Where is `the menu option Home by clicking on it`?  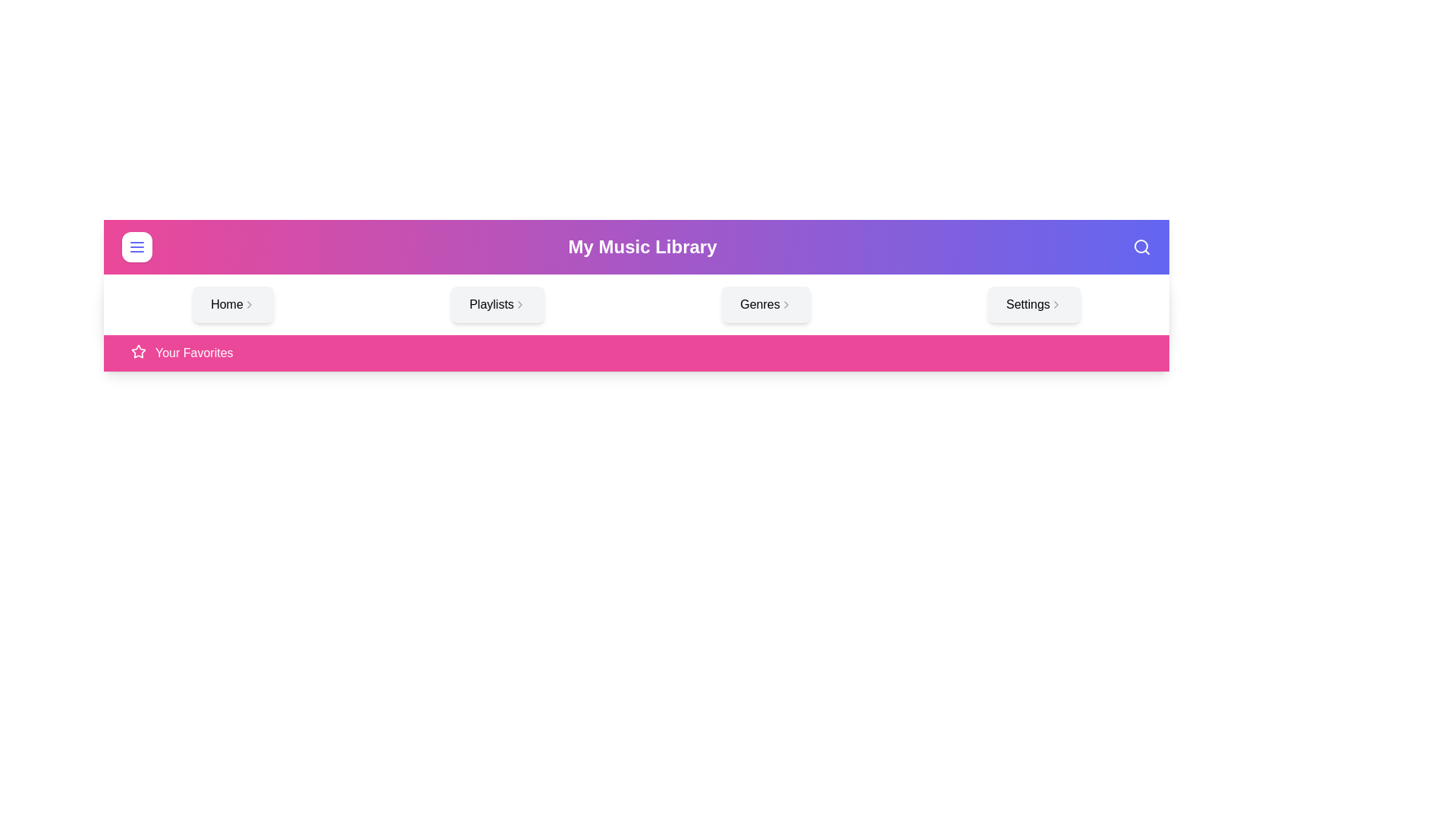
the menu option Home by clicking on it is located at coordinates (232, 304).